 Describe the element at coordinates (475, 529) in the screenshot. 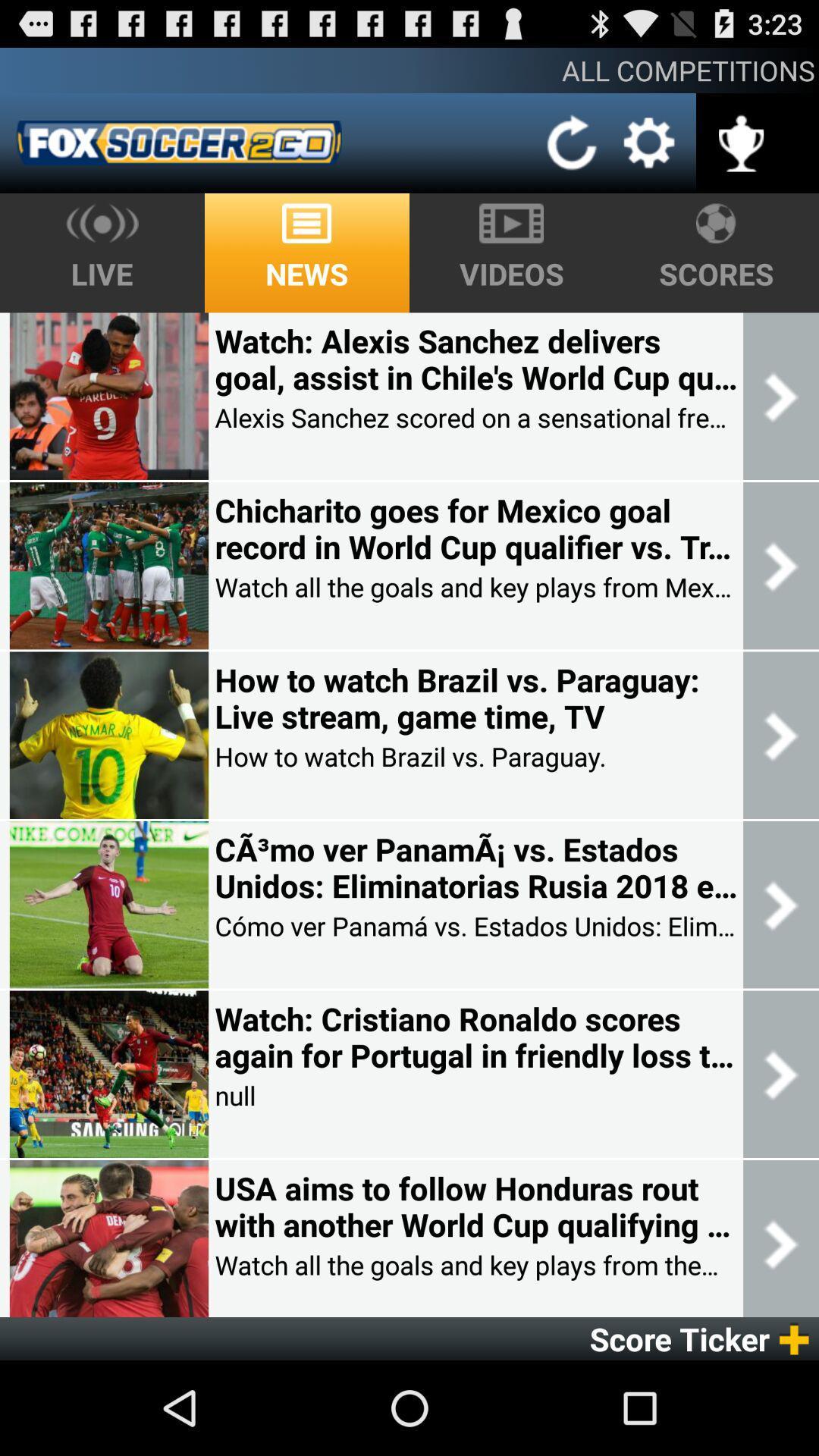

I see `the app above the watch all the` at that location.